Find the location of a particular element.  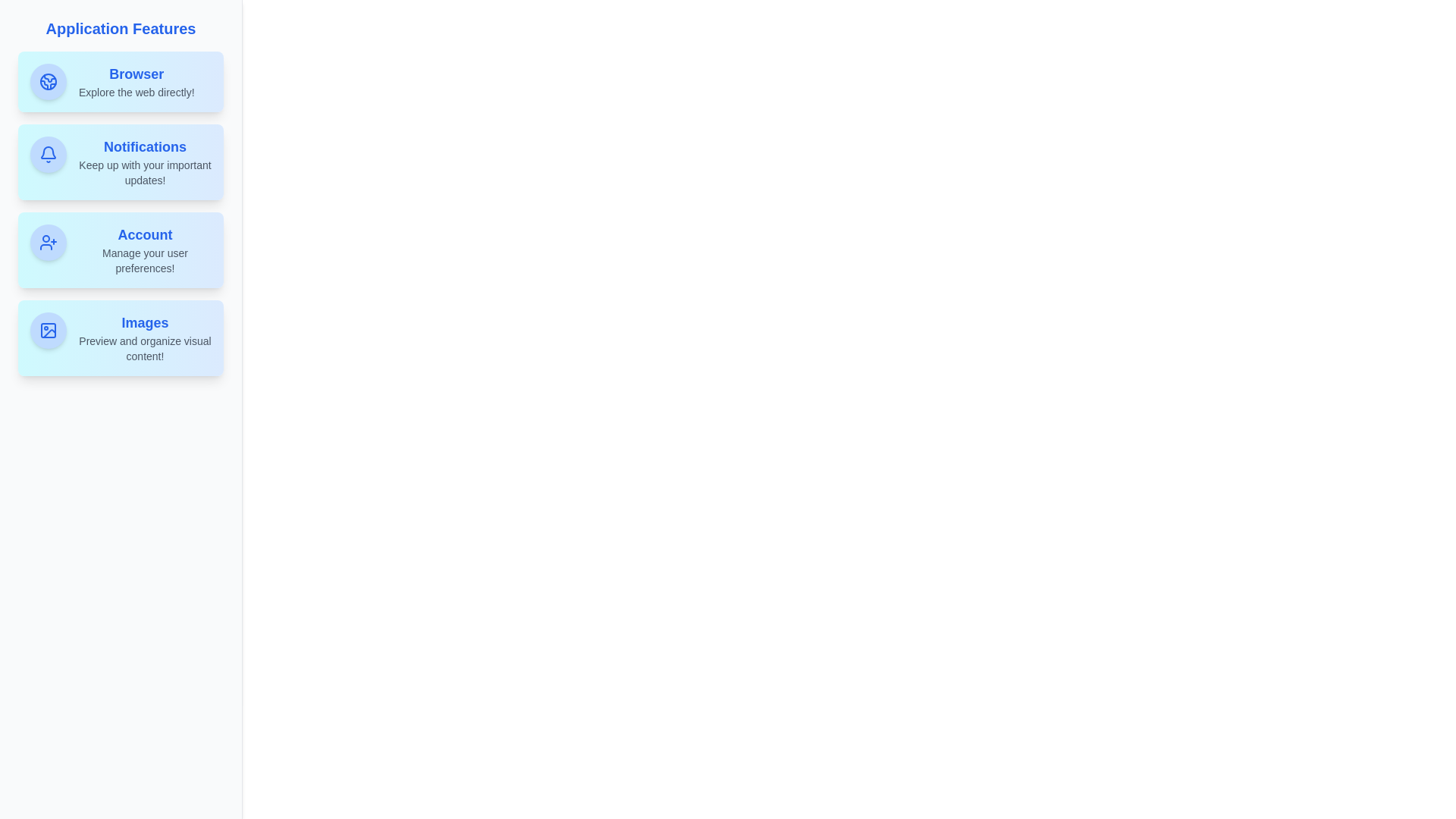

the Images feature tile to view its hover effect is located at coordinates (120, 337).